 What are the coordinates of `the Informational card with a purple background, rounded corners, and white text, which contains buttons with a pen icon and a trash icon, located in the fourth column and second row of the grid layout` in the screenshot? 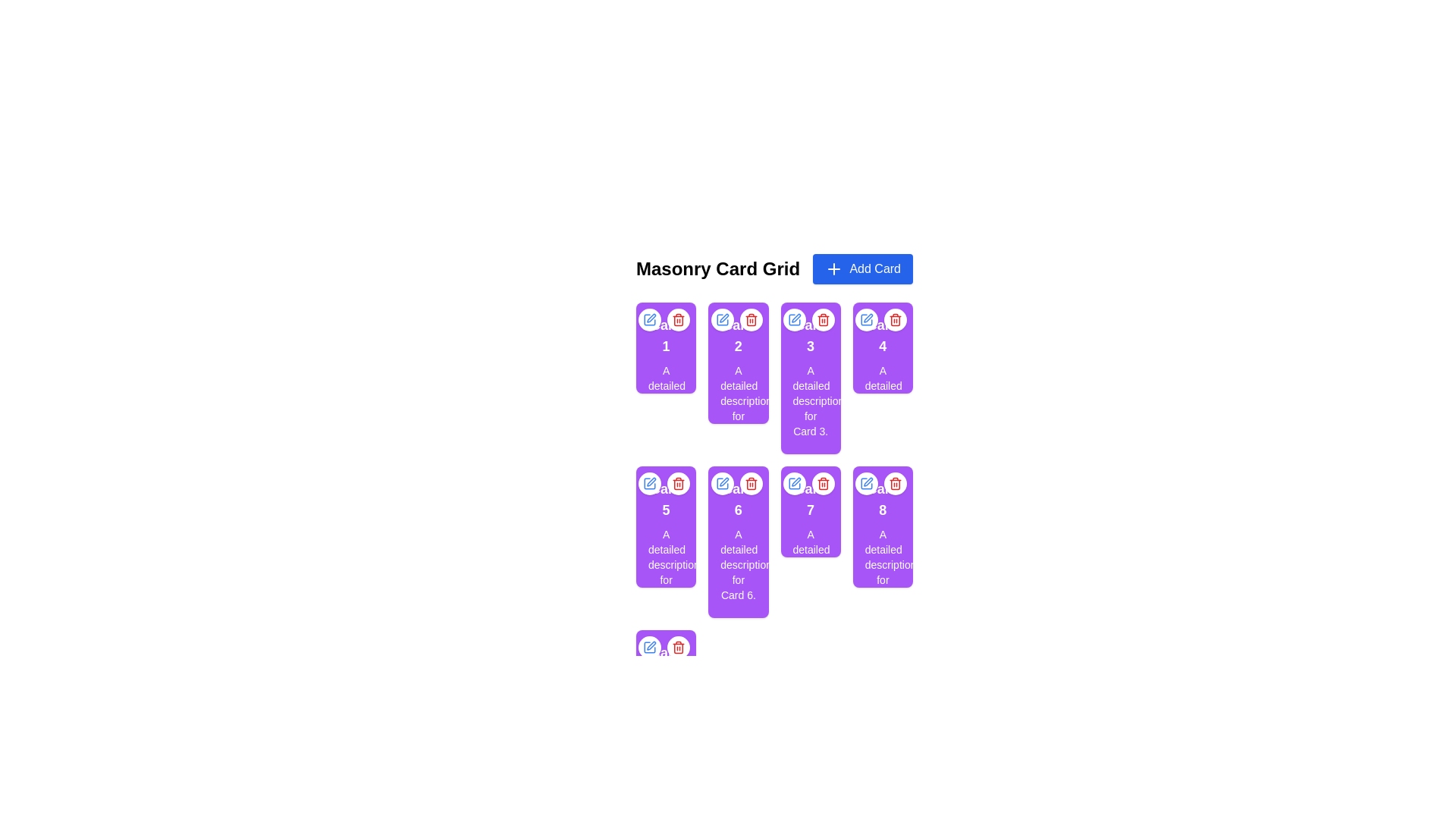 It's located at (883, 526).